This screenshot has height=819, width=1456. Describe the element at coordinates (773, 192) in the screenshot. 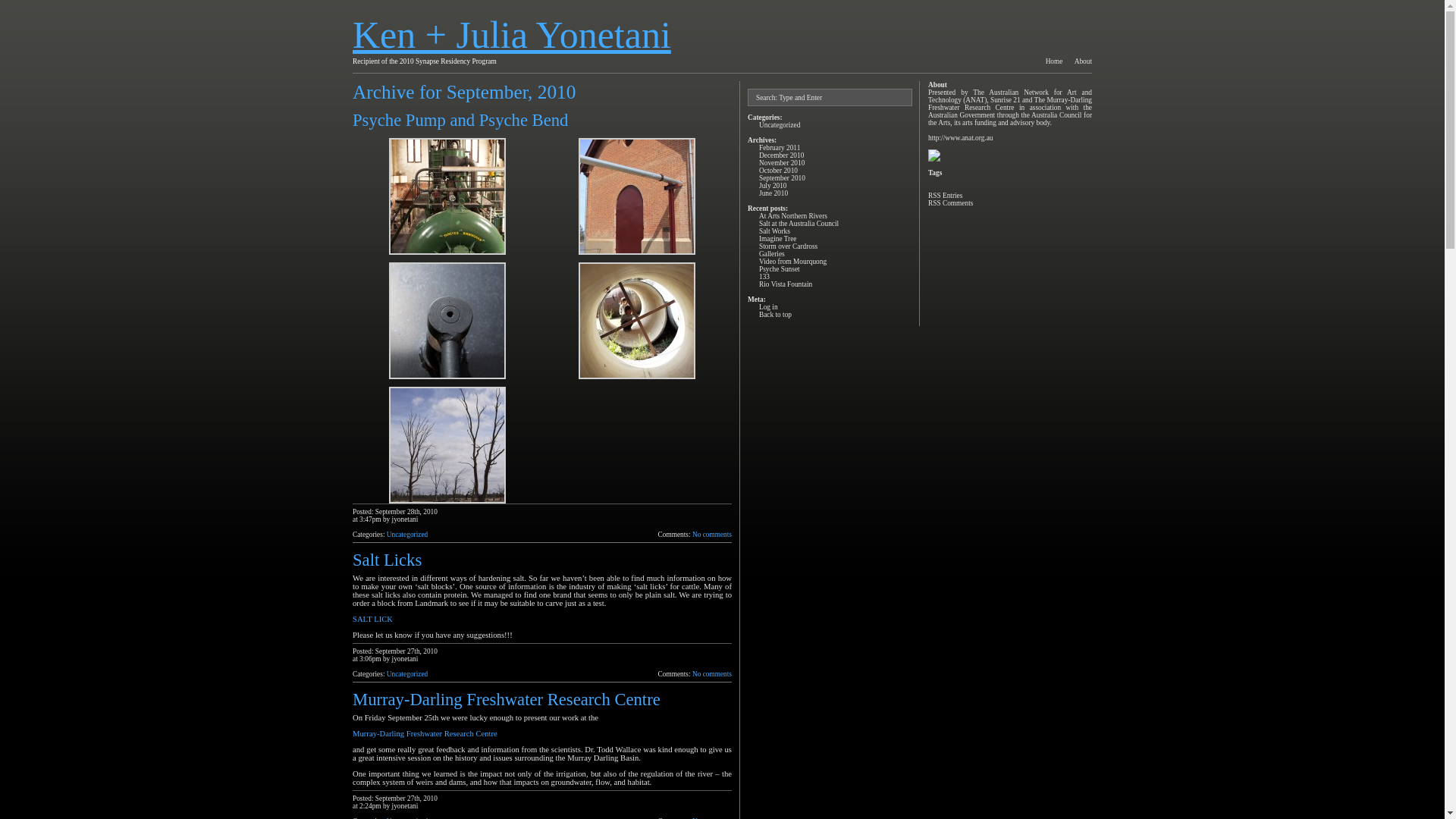

I see `'June 2010'` at that location.